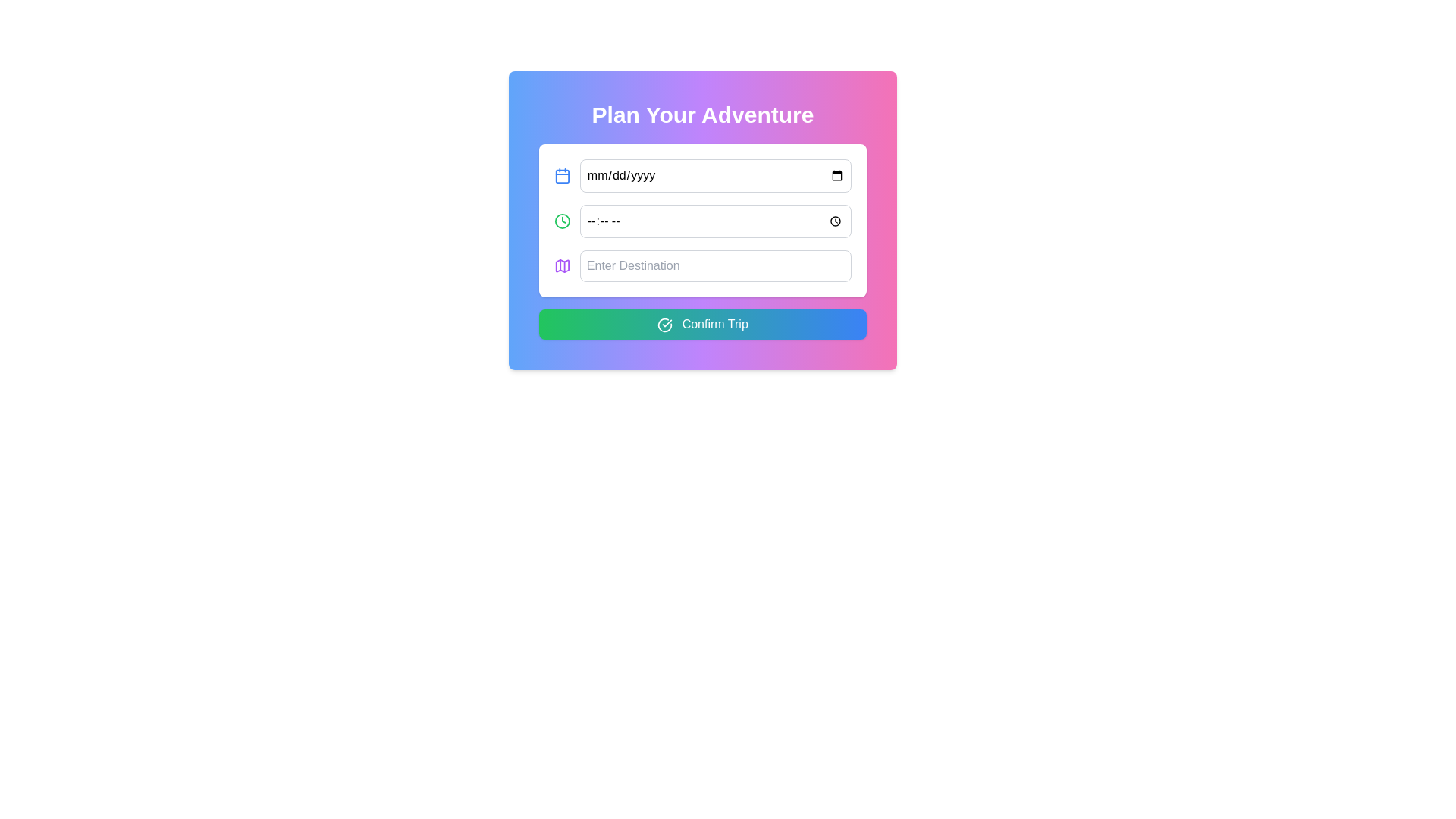 The width and height of the screenshot is (1456, 819). What do you see at coordinates (665, 324) in the screenshot?
I see `the circular icon with a check mark inside, which is located to the left of the 'Confirm Trip' button's text label` at bounding box center [665, 324].